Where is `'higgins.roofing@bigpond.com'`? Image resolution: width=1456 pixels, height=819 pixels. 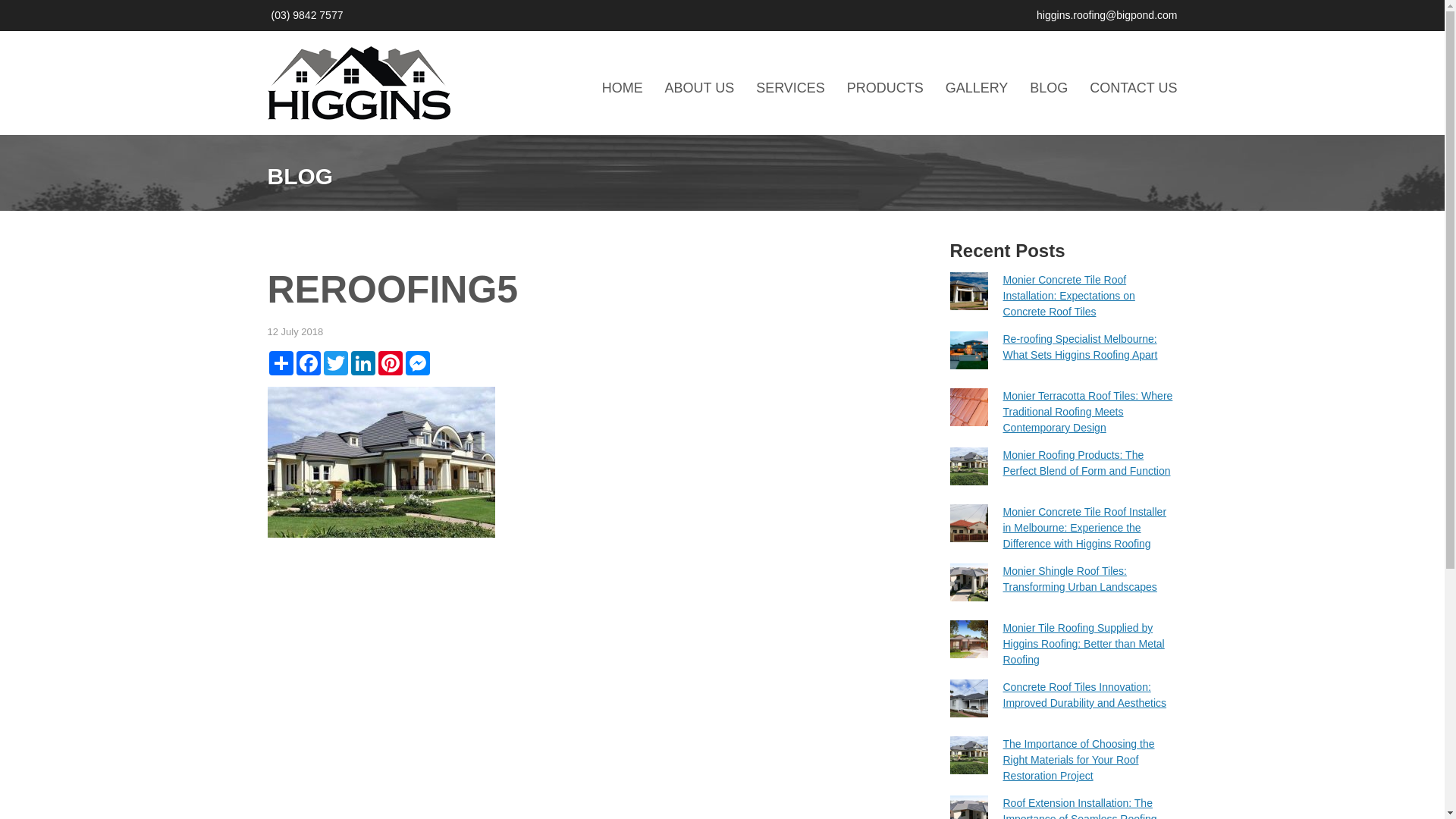
'higgins.roofing@bigpond.com' is located at coordinates (1106, 14).